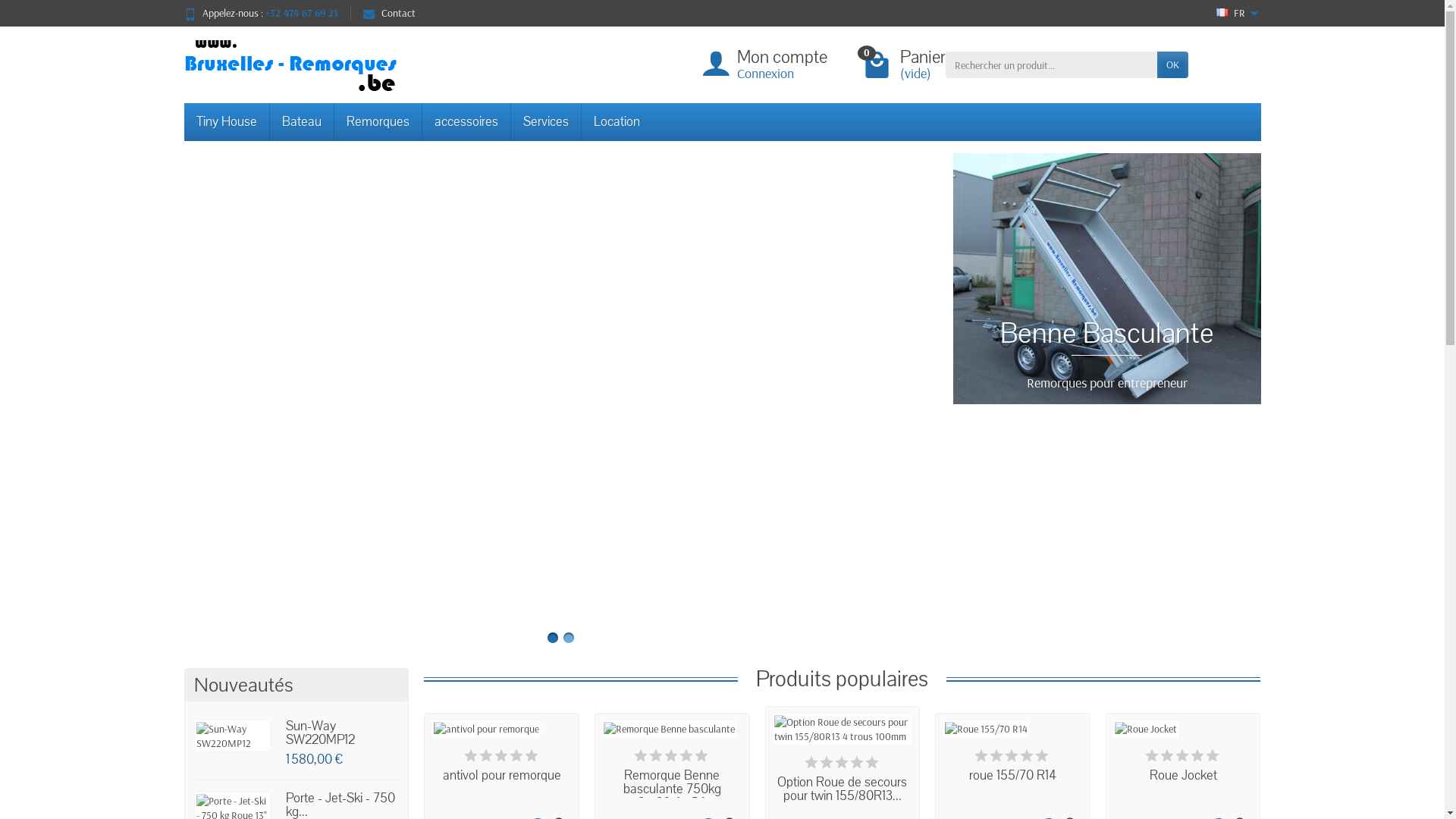 This screenshot has height=819, width=1456. I want to click on 'Sun-Way SW220MP12', so click(319, 732).